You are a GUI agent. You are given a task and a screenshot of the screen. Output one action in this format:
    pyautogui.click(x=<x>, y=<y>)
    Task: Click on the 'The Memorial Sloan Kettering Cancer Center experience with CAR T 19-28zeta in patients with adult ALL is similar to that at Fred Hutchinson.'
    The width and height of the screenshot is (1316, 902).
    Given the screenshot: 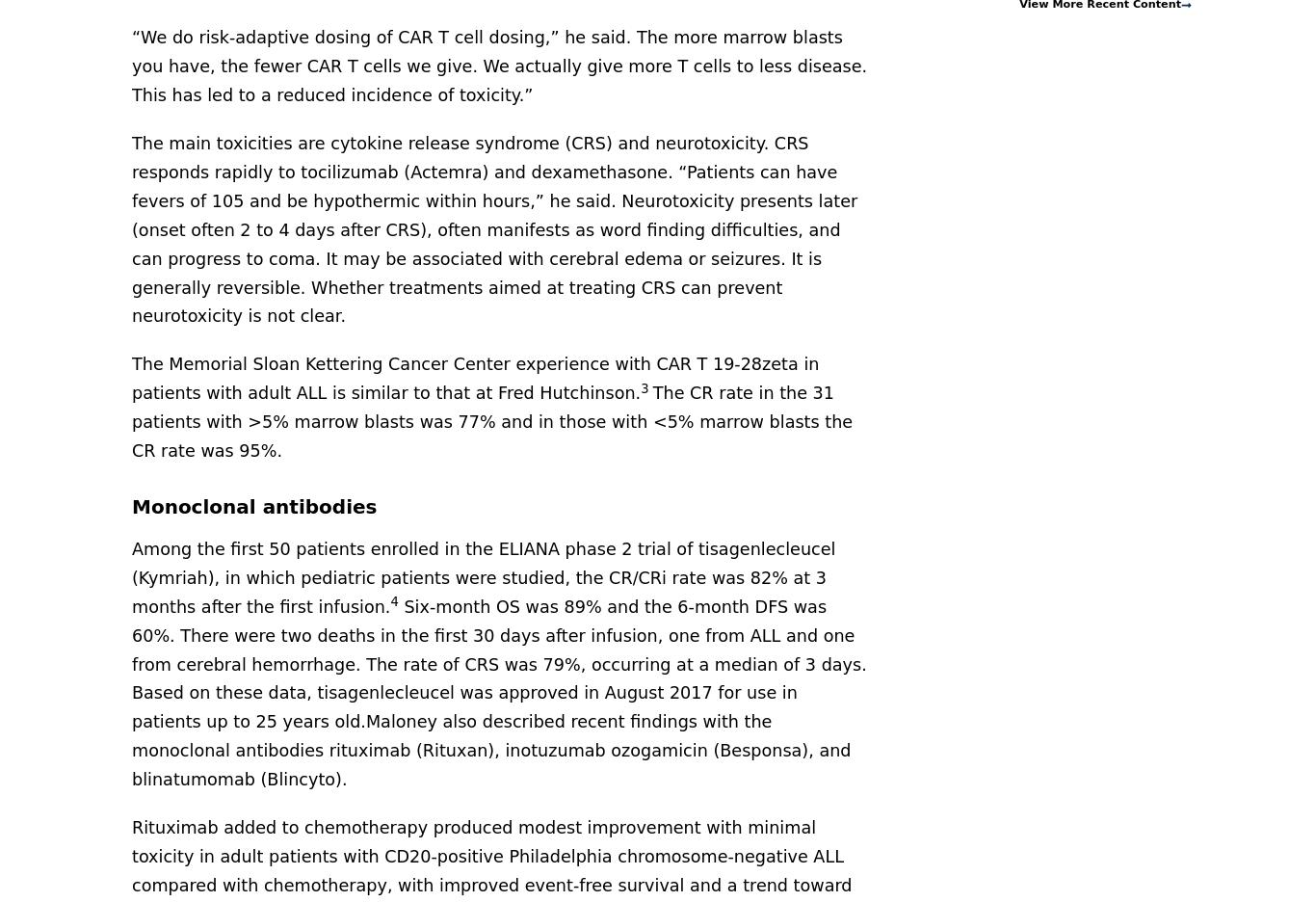 What is the action you would take?
    pyautogui.click(x=475, y=378)
    